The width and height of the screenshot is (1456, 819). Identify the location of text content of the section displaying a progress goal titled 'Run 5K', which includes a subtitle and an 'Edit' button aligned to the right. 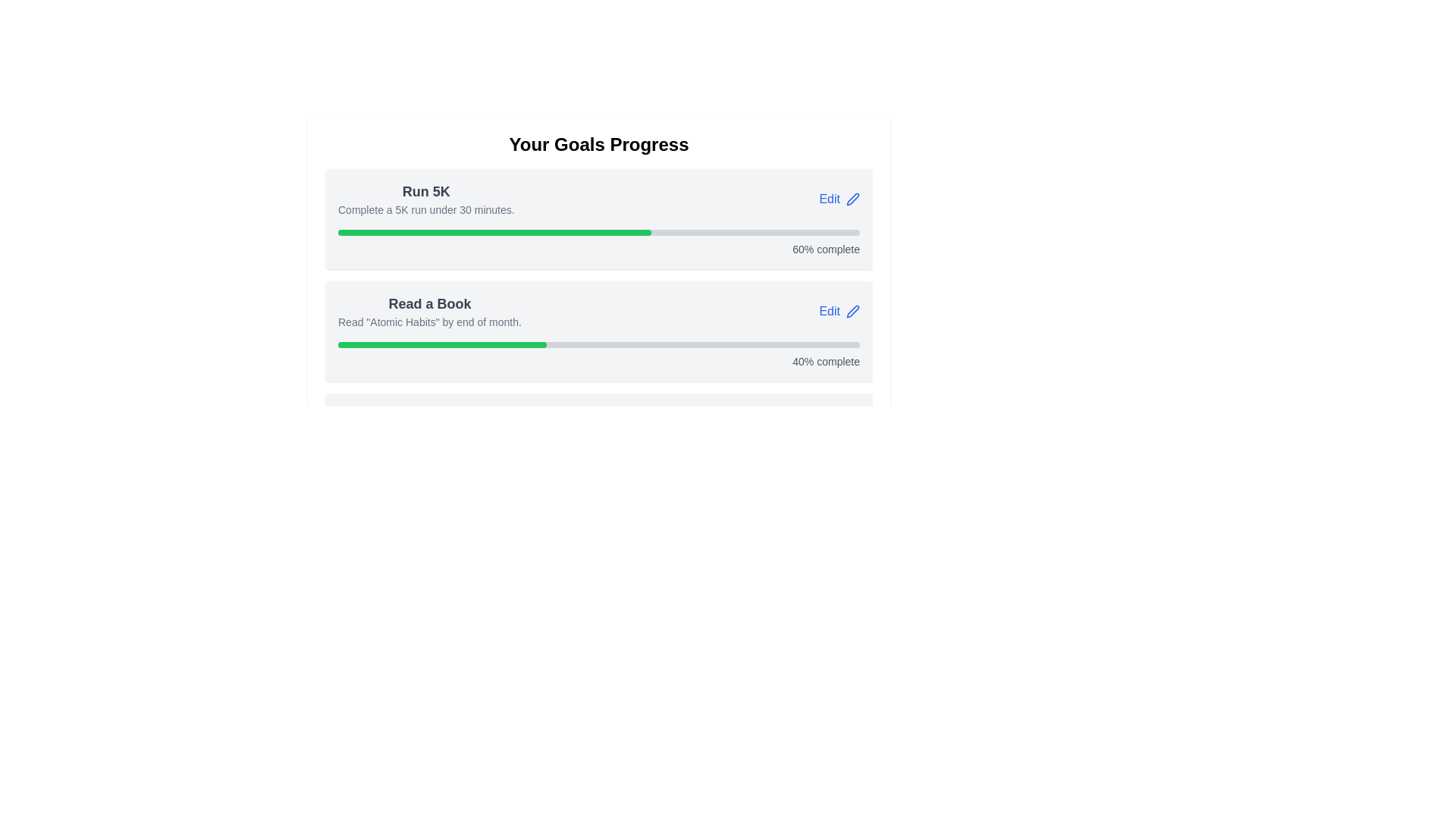
(598, 198).